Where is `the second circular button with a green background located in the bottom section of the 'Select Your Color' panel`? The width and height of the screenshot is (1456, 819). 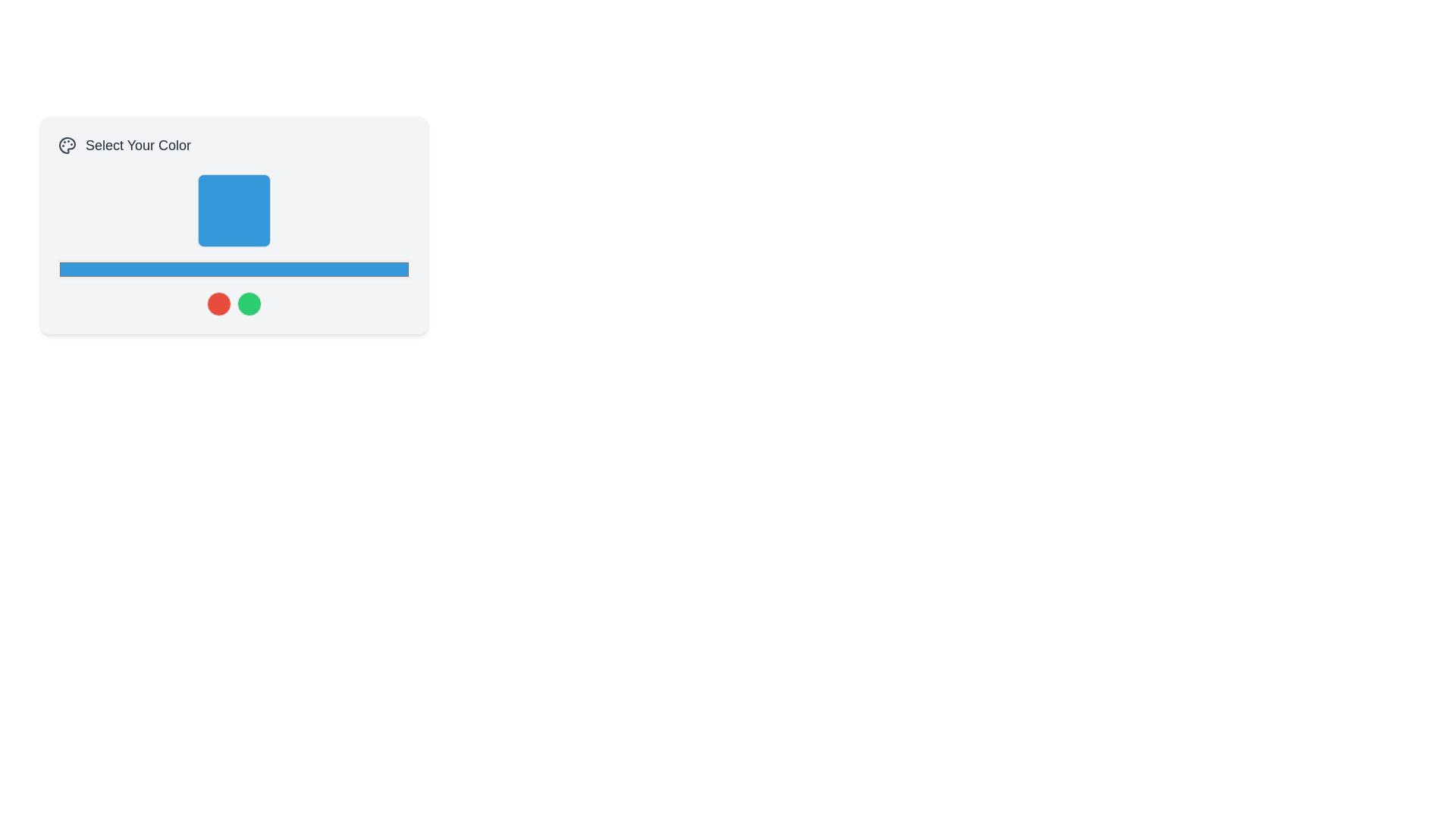
the second circular button with a green background located in the bottom section of the 'Select Your Color' panel is located at coordinates (249, 304).